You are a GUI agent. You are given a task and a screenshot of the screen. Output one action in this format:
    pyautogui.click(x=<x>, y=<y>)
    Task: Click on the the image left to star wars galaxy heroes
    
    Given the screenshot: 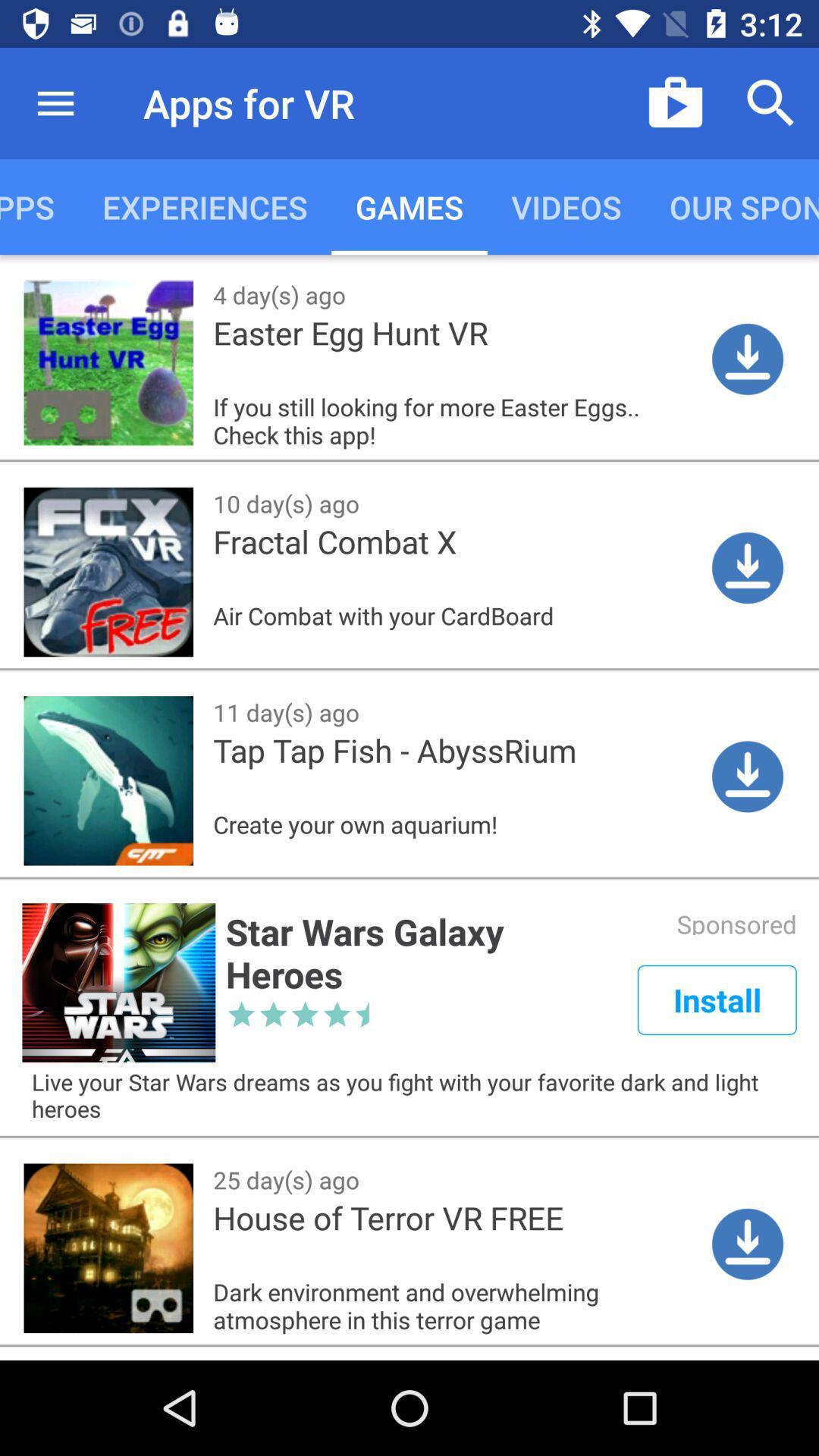 What is the action you would take?
    pyautogui.click(x=118, y=983)
    